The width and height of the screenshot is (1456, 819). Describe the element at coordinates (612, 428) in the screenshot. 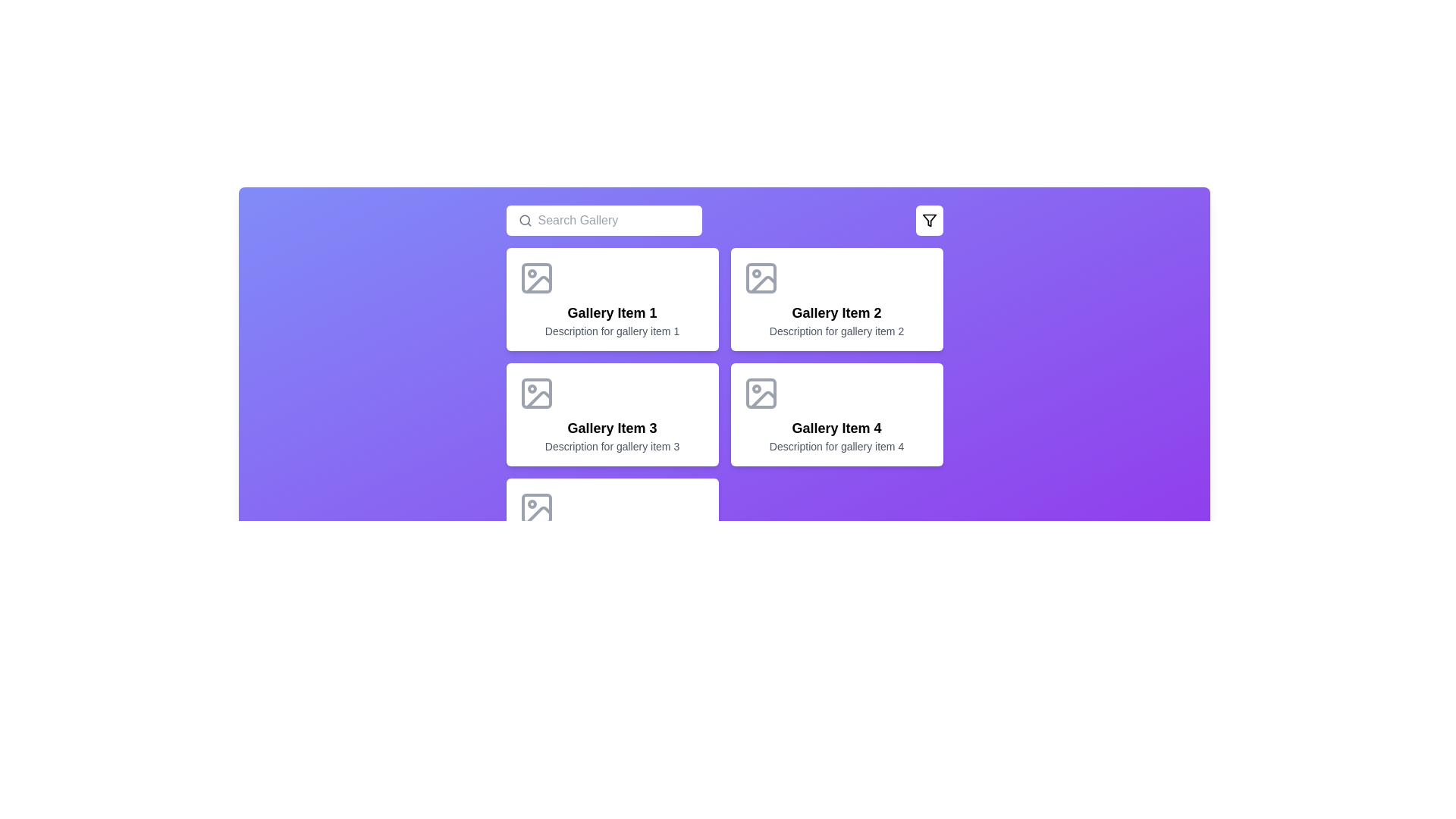

I see `the text label element that displays 'Gallery Item 3'` at that location.